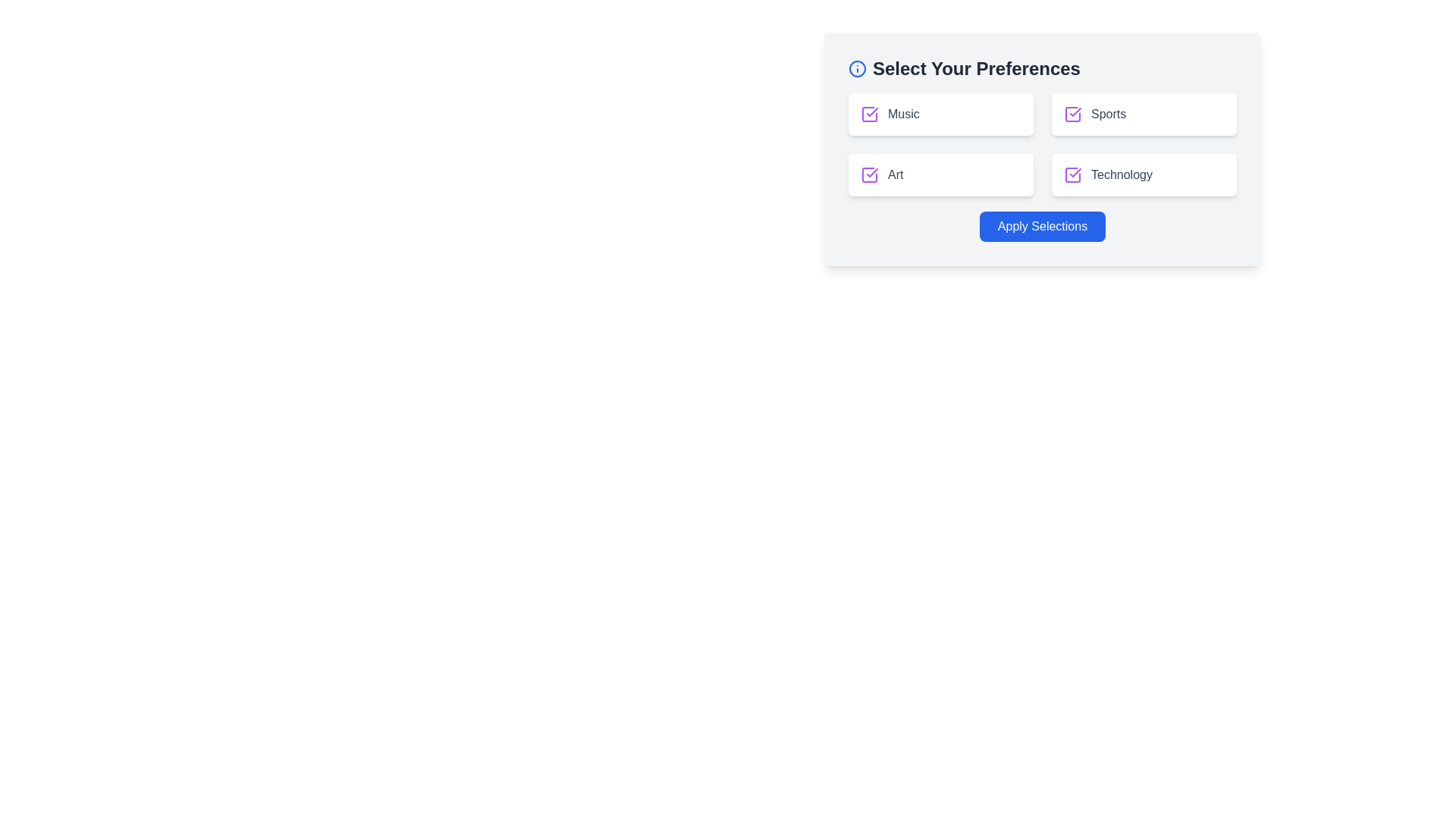 The image size is (1456, 819). Describe the element at coordinates (1072, 174) in the screenshot. I see `the purple checkmark icon inside a square outline located in the bottom-right cell of the preference selection grid to check for selection feedback` at that location.